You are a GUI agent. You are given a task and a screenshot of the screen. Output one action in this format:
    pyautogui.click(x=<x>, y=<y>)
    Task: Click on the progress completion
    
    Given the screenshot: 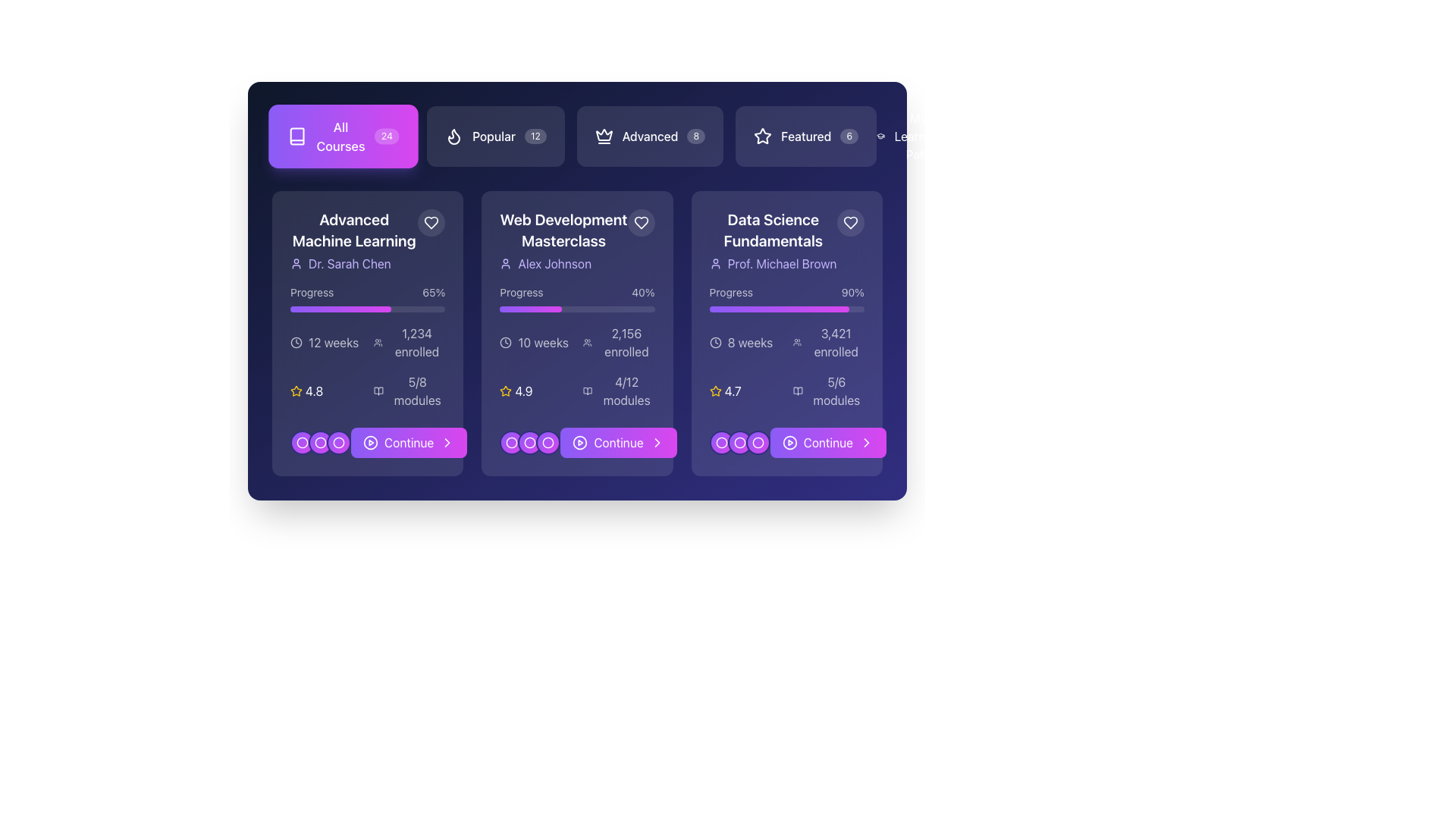 What is the action you would take?
    pyautogui.click(x=441, y=309)
    